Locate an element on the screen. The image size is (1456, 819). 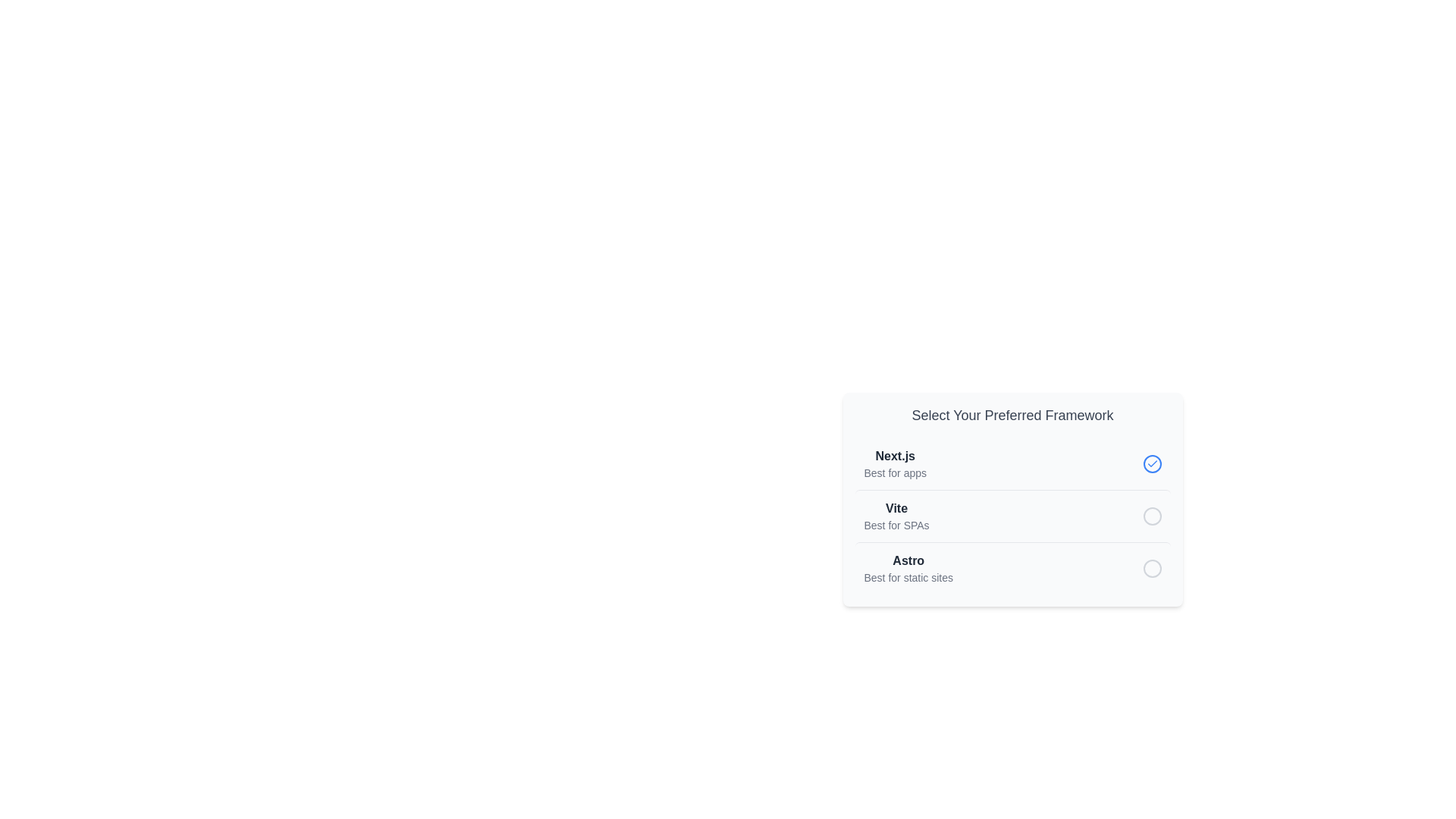
the radio button located to the right of the 'Next.js' option is located at coordinates (1152, 463).